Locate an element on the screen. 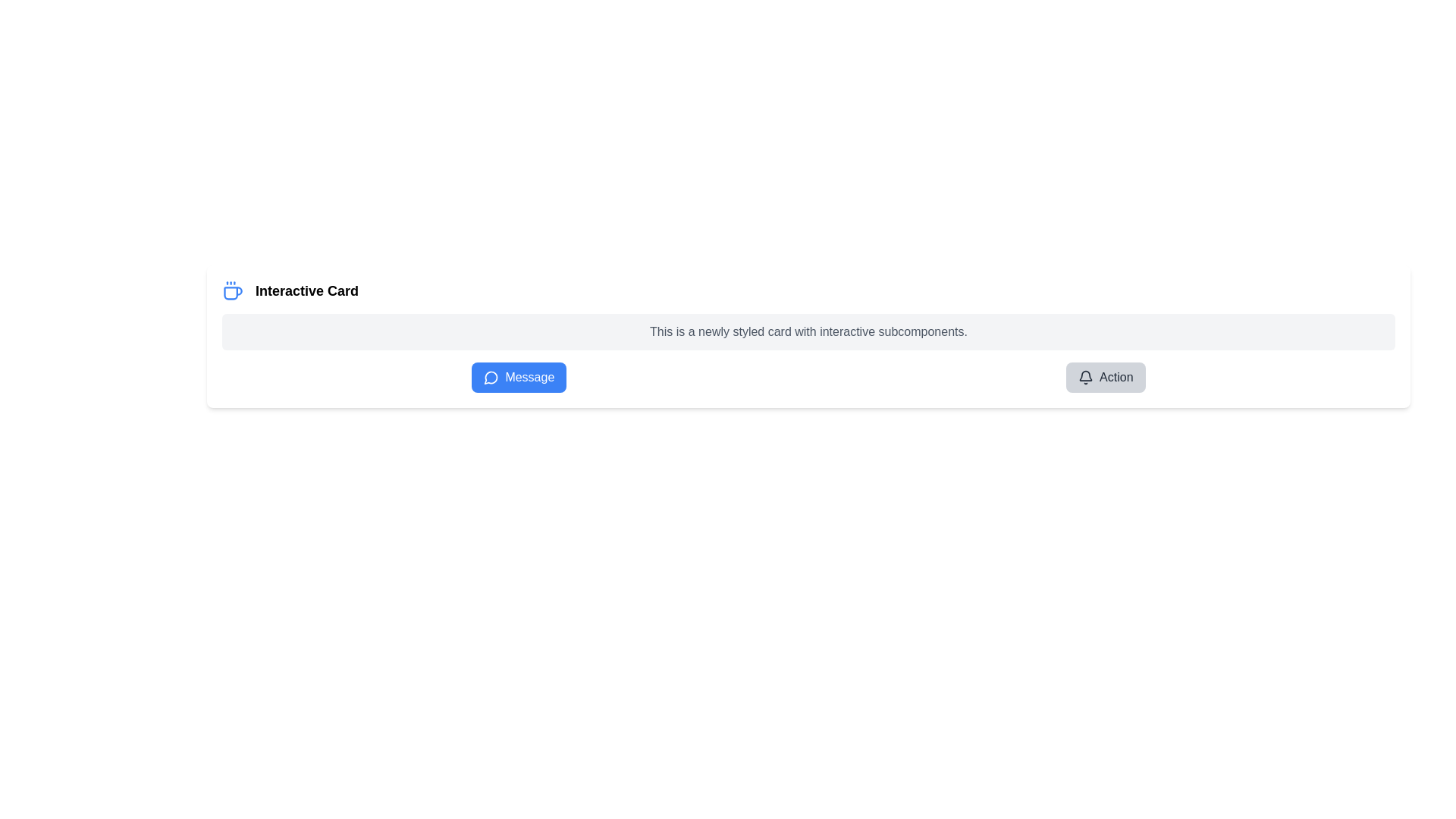  the notification button with a bell icon, located to the right of the 'Message' button is located at coordinates (1106, 376).